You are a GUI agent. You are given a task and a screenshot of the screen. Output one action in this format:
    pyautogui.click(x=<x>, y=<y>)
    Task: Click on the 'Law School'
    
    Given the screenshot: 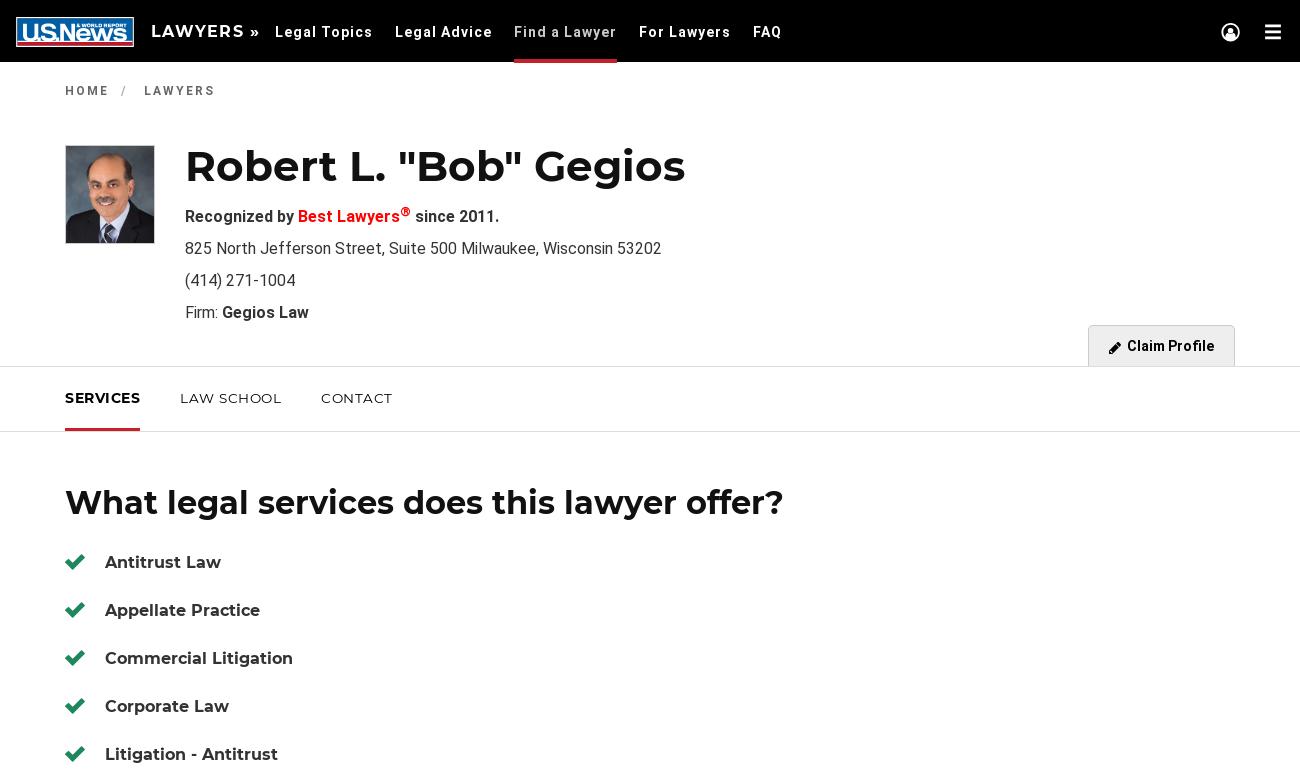 What is the action you would take?
    pyautogui.click(x=229, y=396)
    